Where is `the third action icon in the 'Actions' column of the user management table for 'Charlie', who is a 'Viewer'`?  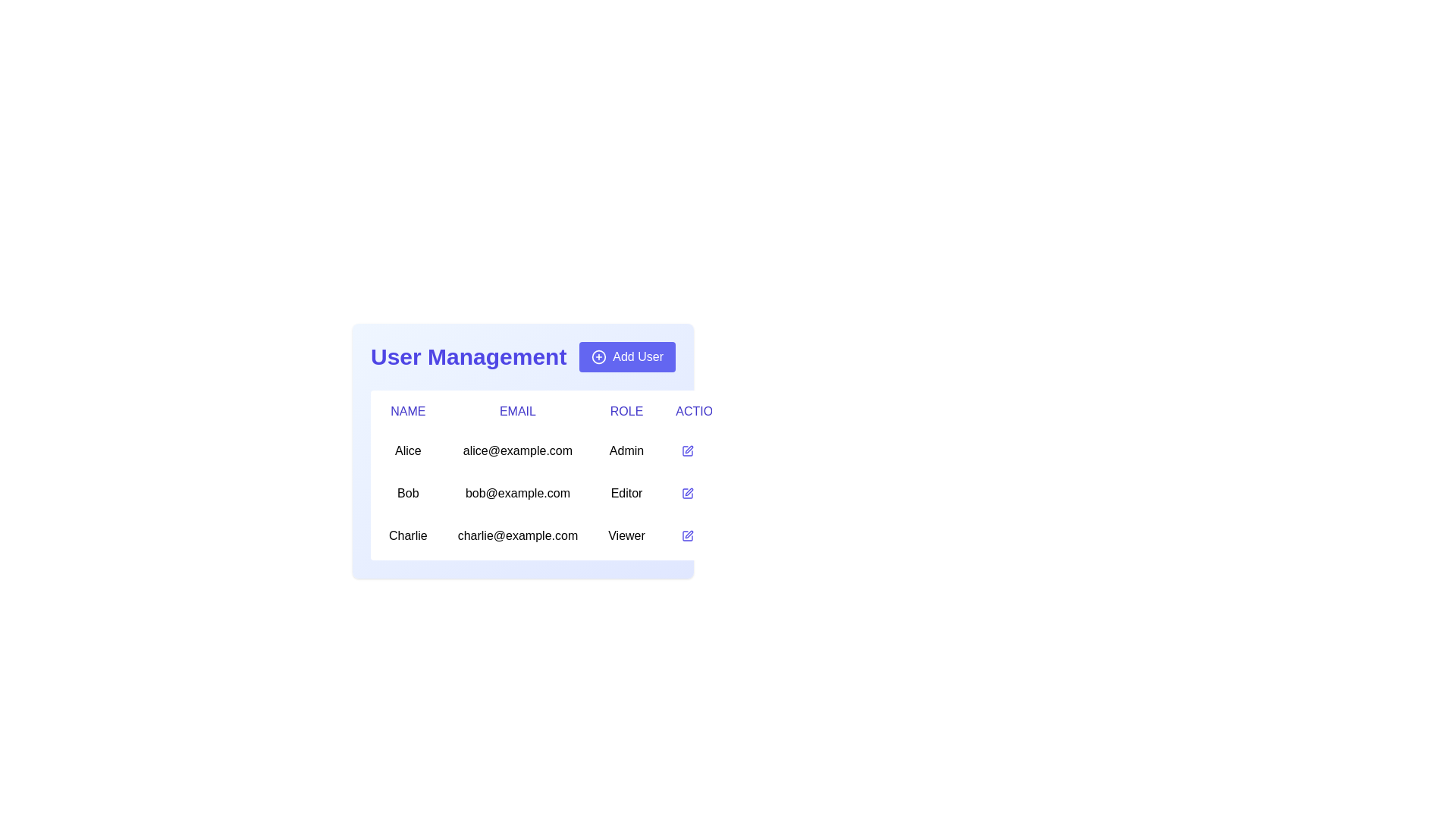
the third action icon in the 'Actions' column of the user management table for 'Charlie', who is a 'Viewer' is located at coordinates (686, 535).